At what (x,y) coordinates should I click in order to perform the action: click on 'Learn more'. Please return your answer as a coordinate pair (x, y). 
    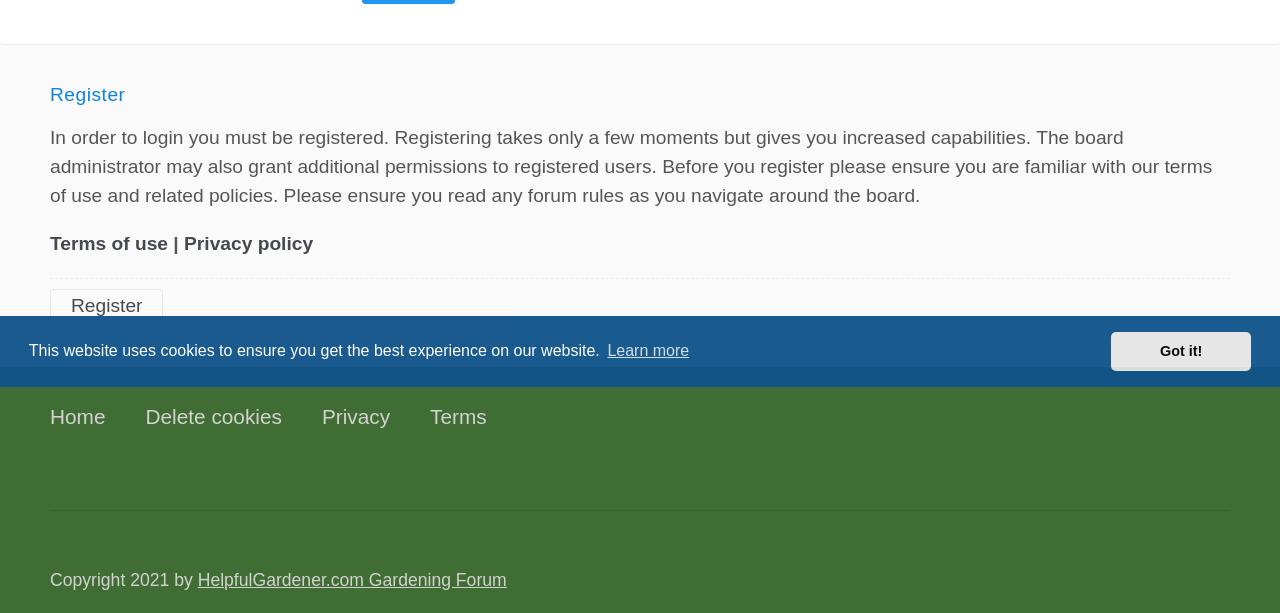
    Looking at the image, I should click on (648, 349).